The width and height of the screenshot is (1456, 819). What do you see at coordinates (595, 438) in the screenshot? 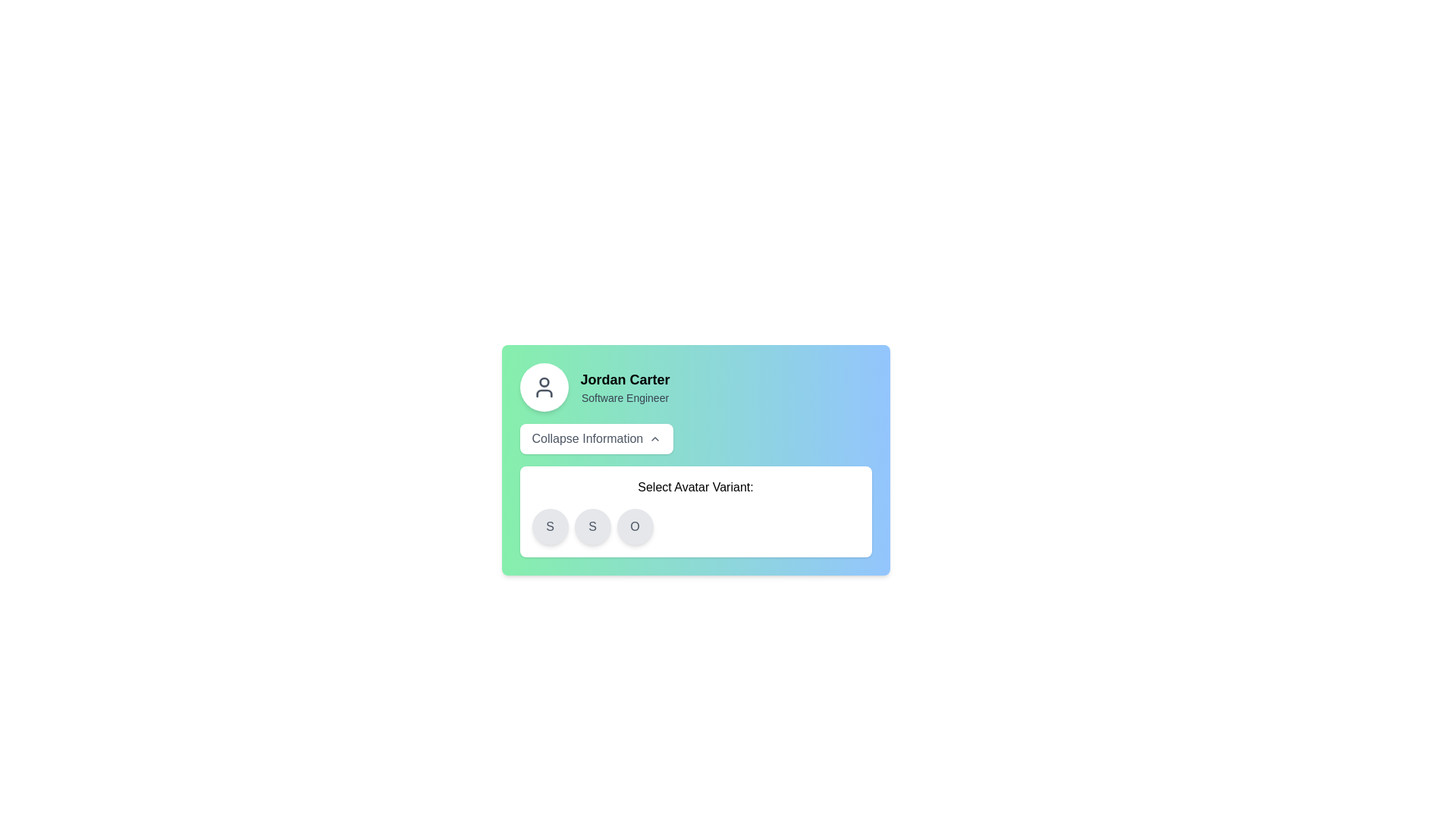
I see `the button below the header displaying 'Jordan Carter' and 'Software Engineer'` at bounding box center [595, 438].